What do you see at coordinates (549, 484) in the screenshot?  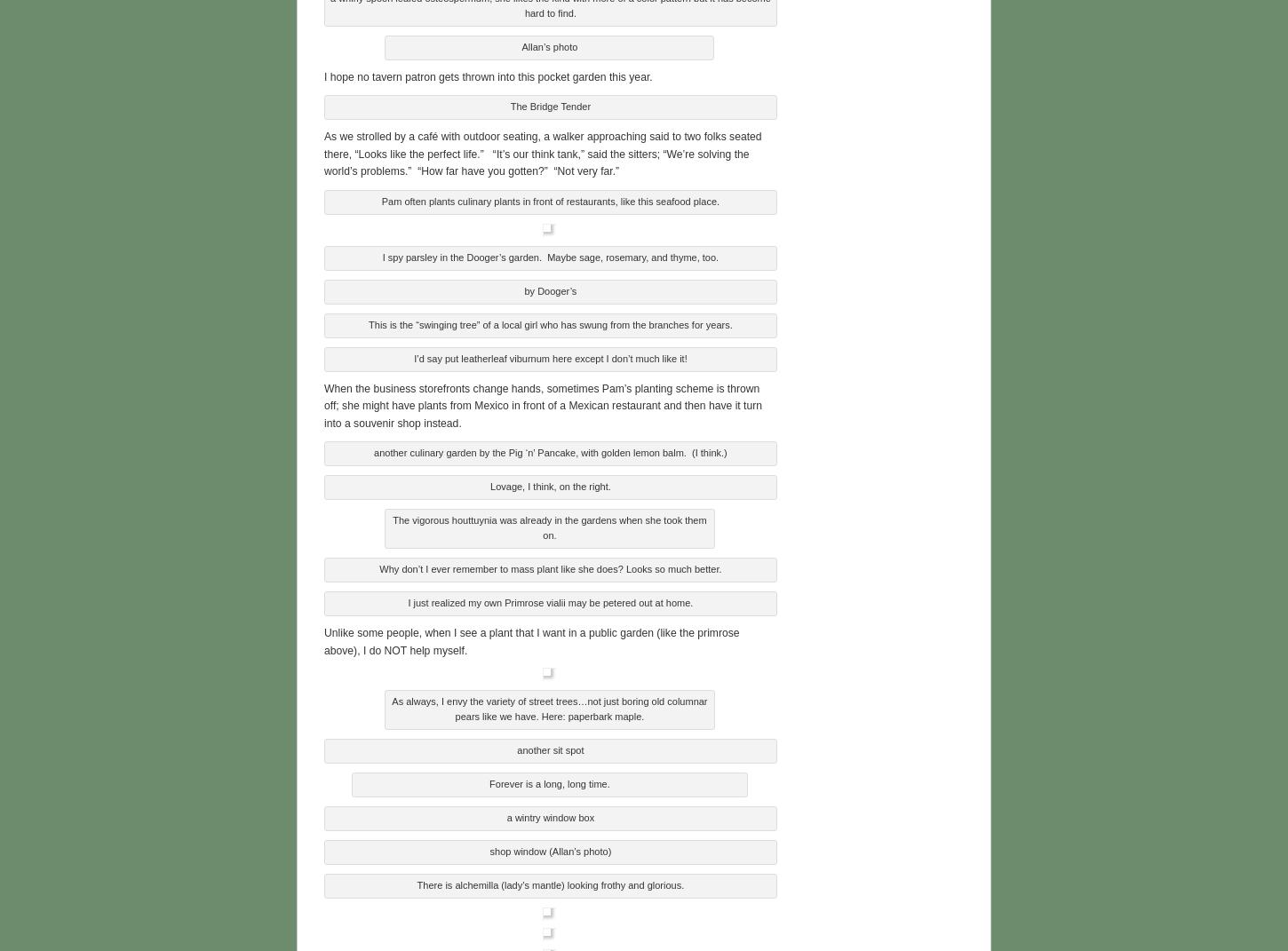 I see `'Lovage, I think, on the right.'` at bounding box center [549, 484].